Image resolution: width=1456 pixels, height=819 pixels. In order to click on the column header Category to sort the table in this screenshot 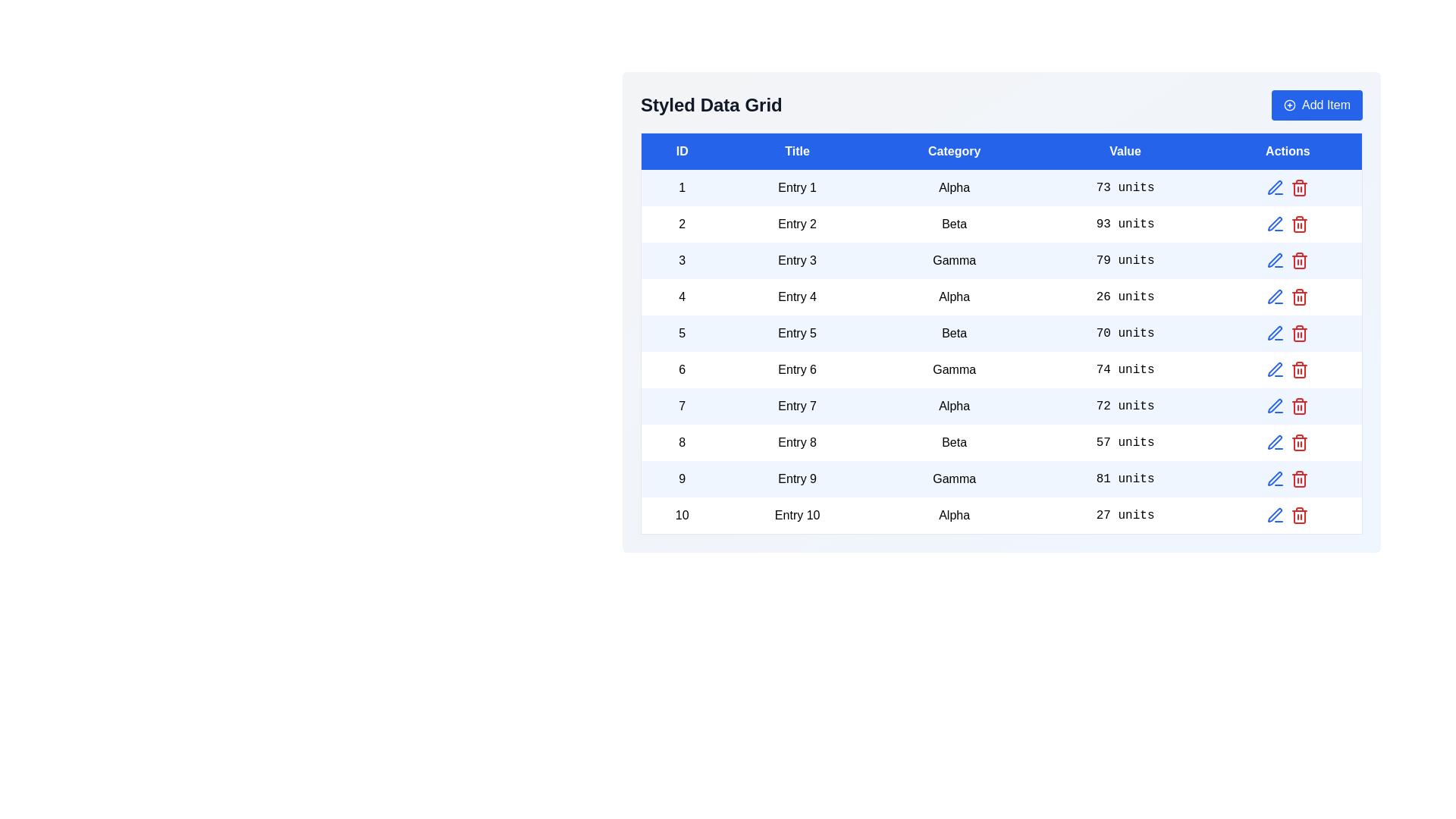, I will do `click(953, 151)`.